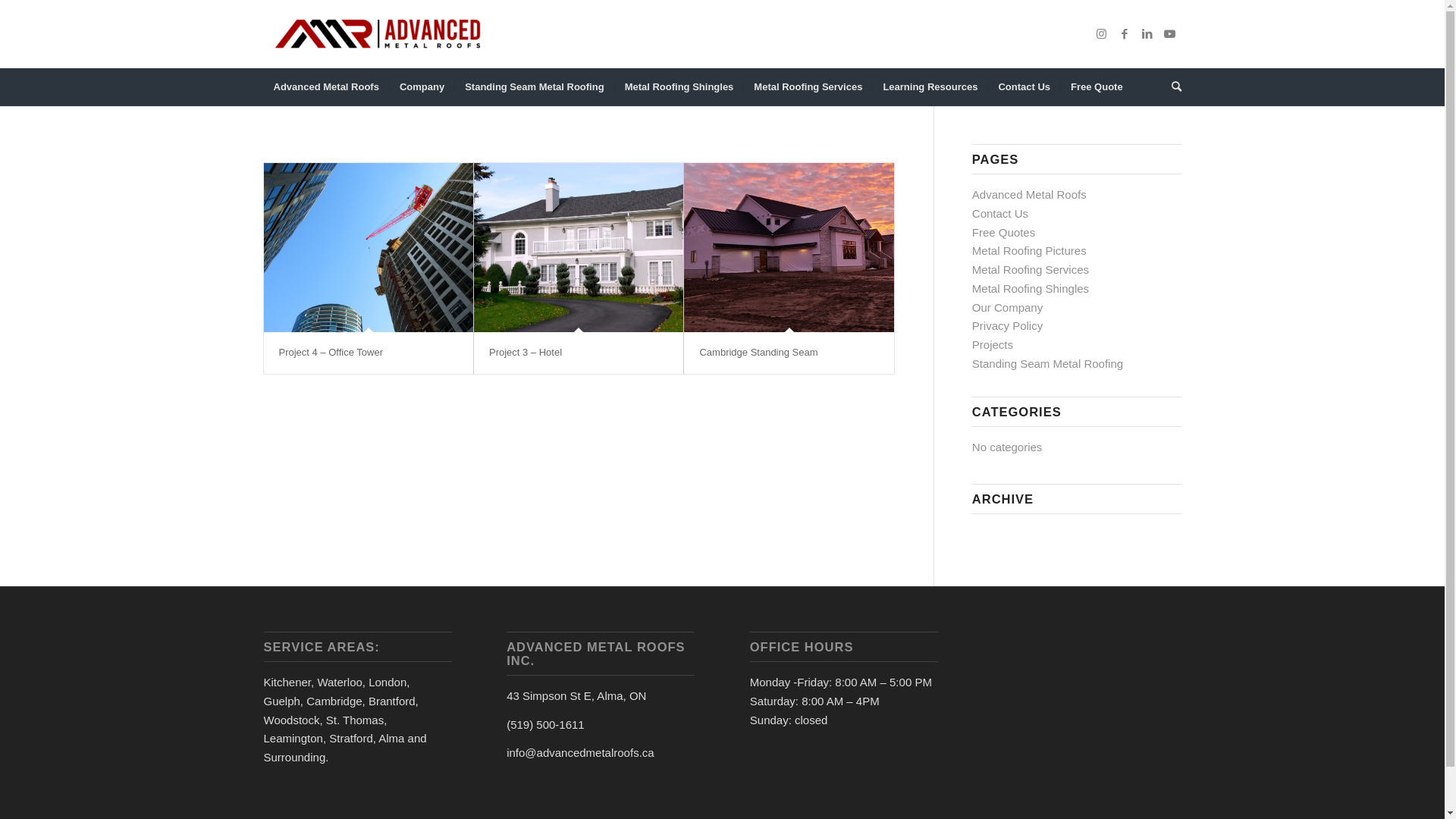  What do you see at coordinates (1023, 87) in the screenshot?
I see `'Contact Us'` at bounding box center [1023, 87].